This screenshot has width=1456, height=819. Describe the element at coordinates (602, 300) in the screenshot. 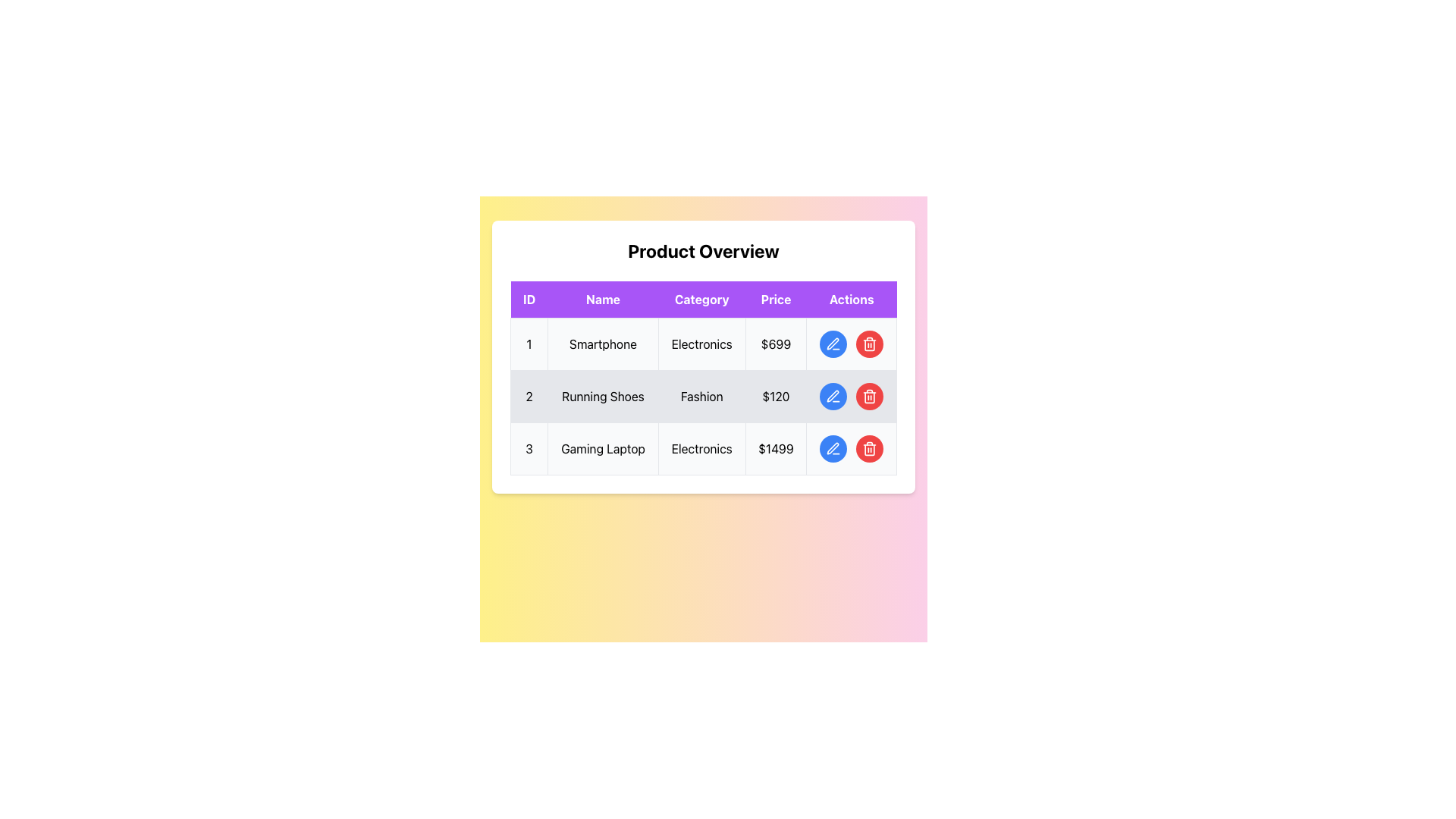

I see `the static text header element labeled 'Name' which has a white text on a purple background, located in the second cell of the header row in the table` at that location.